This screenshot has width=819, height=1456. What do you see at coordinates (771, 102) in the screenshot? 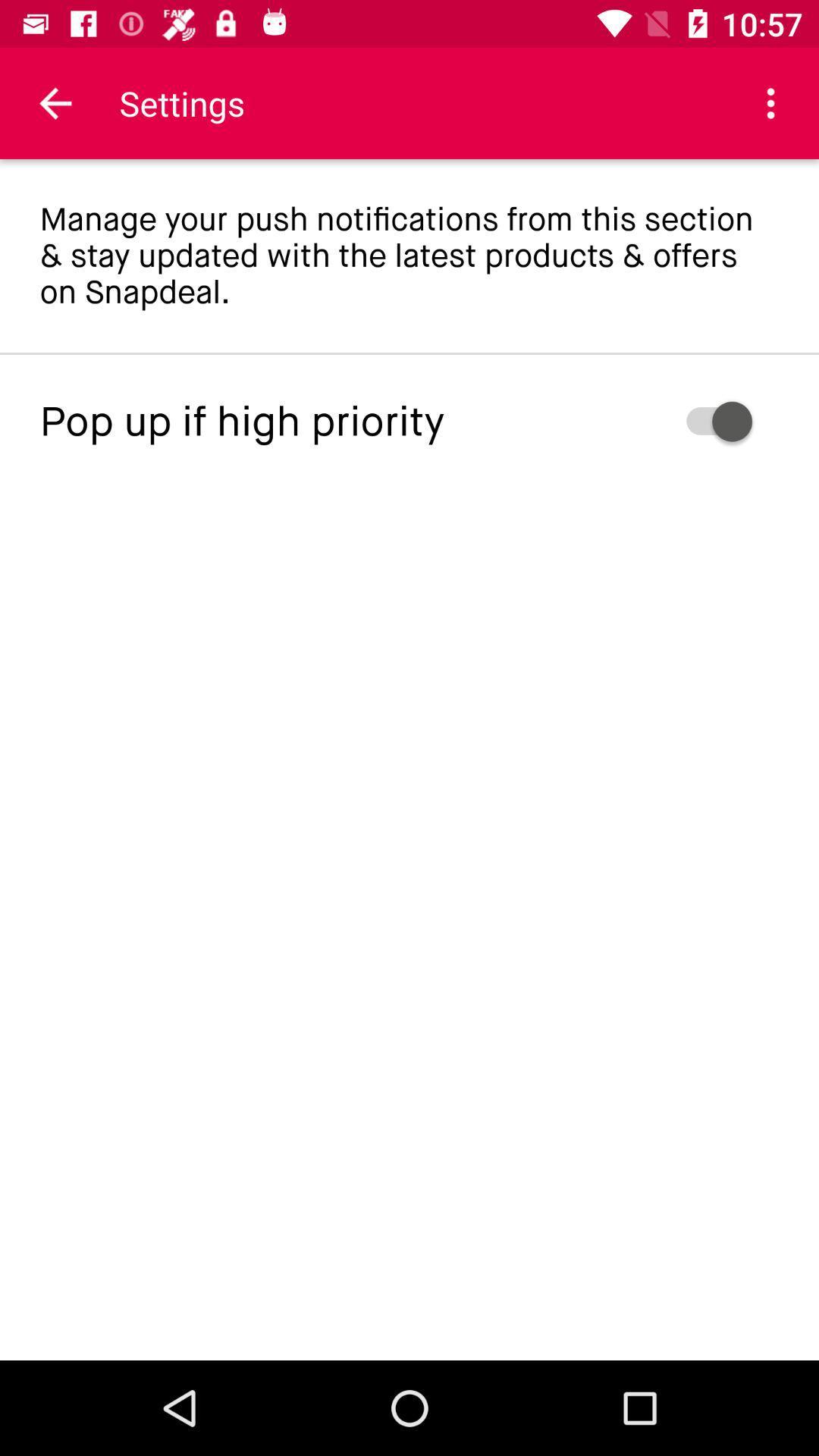
I see `the icon above the manage your push` at bounding box center [771, 102].